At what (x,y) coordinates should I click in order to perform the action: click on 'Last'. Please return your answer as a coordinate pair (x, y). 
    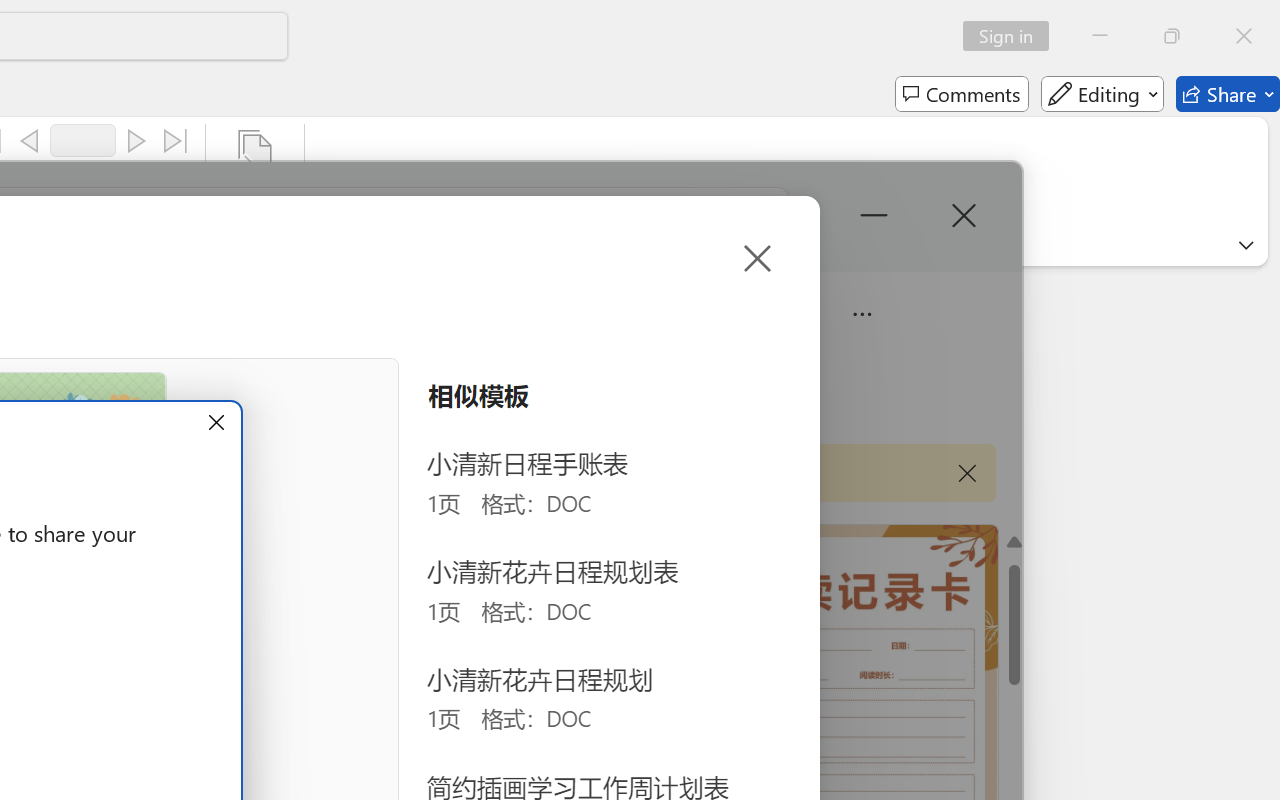
    Looking at the image, I should click on (176, 141).